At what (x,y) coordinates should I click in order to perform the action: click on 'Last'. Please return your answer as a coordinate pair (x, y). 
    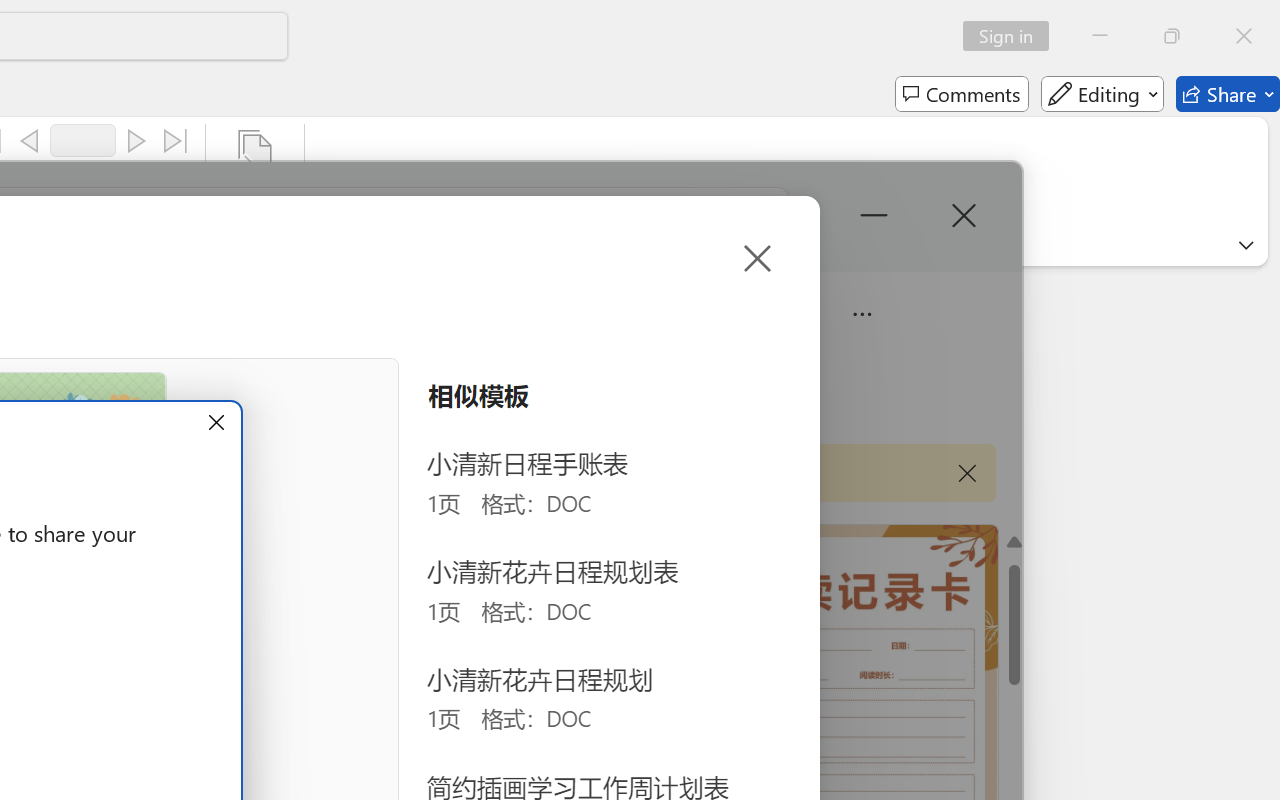
    Looking at the image, I should click on (176, 141).